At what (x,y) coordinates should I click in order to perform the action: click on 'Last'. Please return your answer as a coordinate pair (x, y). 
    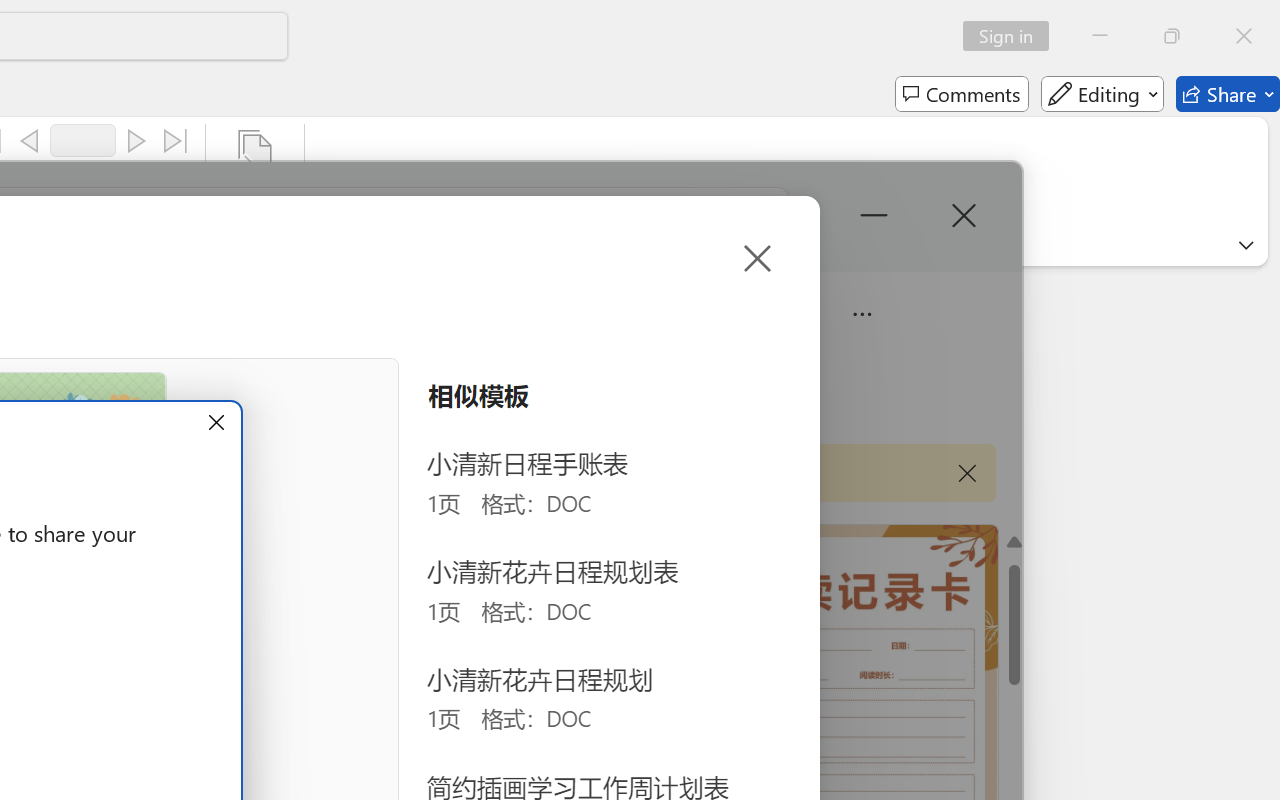
    Looking at the image, I should click on (176, 141).